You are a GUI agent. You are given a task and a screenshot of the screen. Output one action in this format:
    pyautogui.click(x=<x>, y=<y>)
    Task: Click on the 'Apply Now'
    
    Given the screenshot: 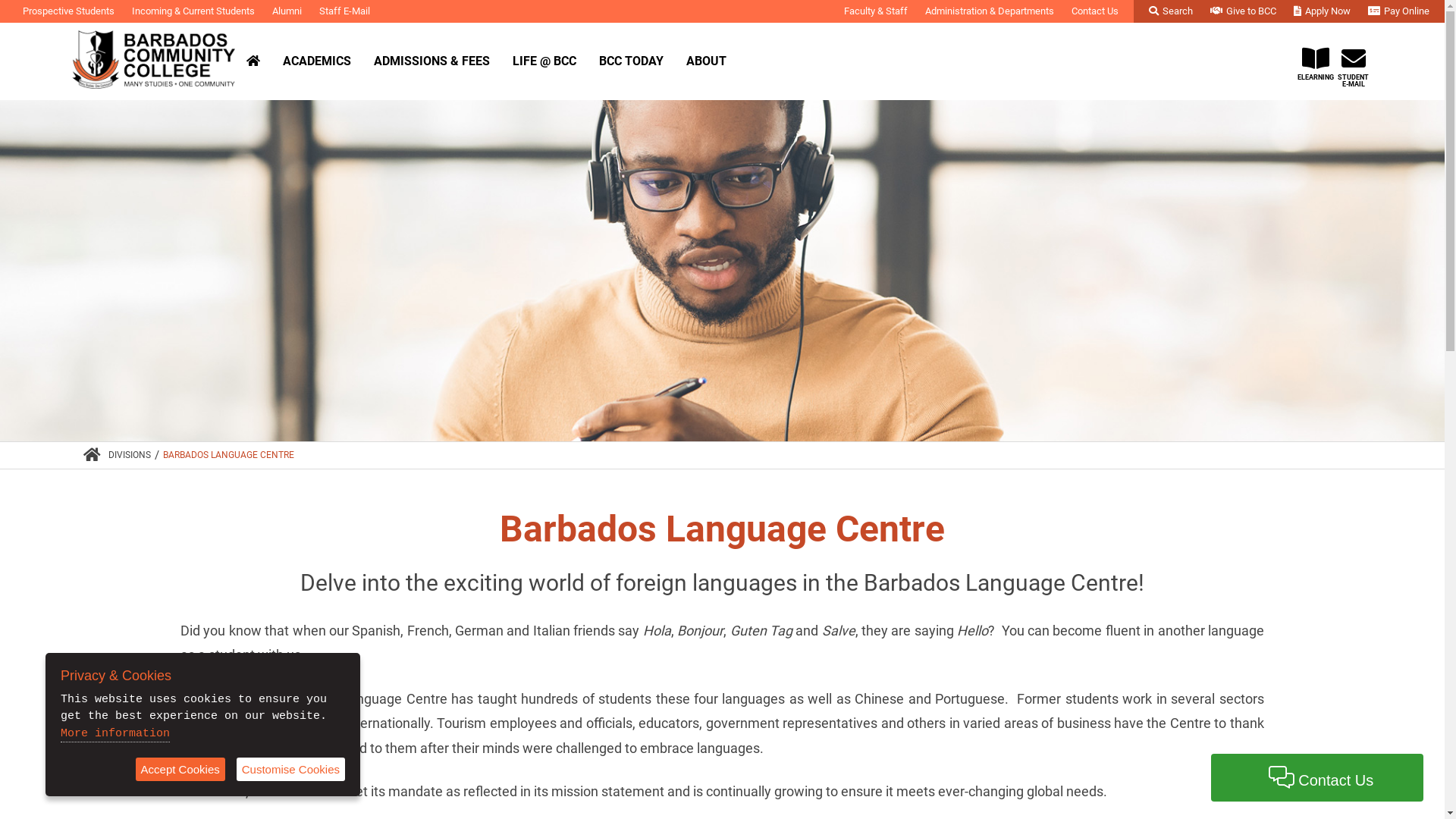 What is the action you would take?
    pyautogui.click(x=1321, y=11)
    